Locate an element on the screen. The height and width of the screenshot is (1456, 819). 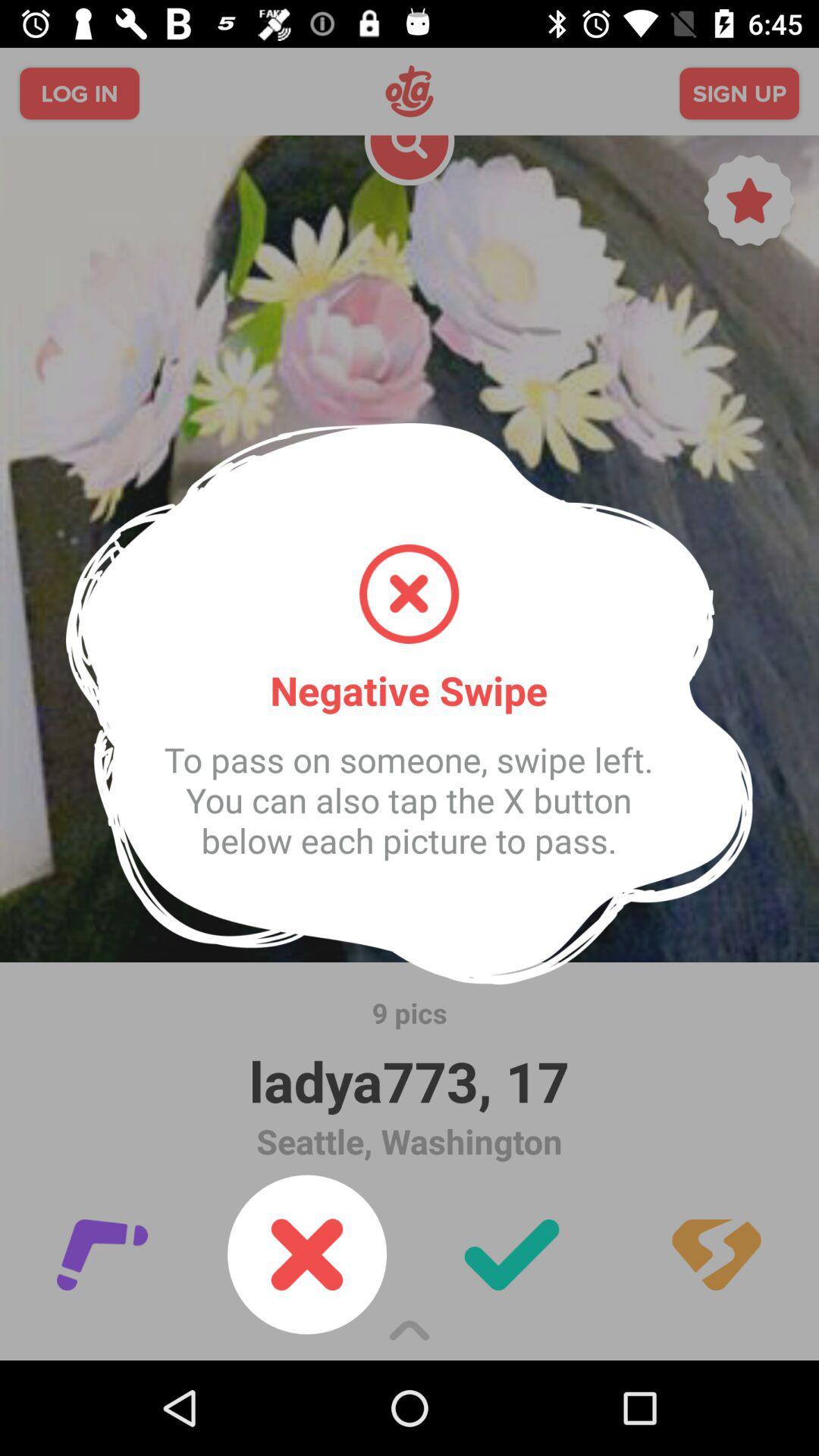
log in is located at coordinates (79, 93).